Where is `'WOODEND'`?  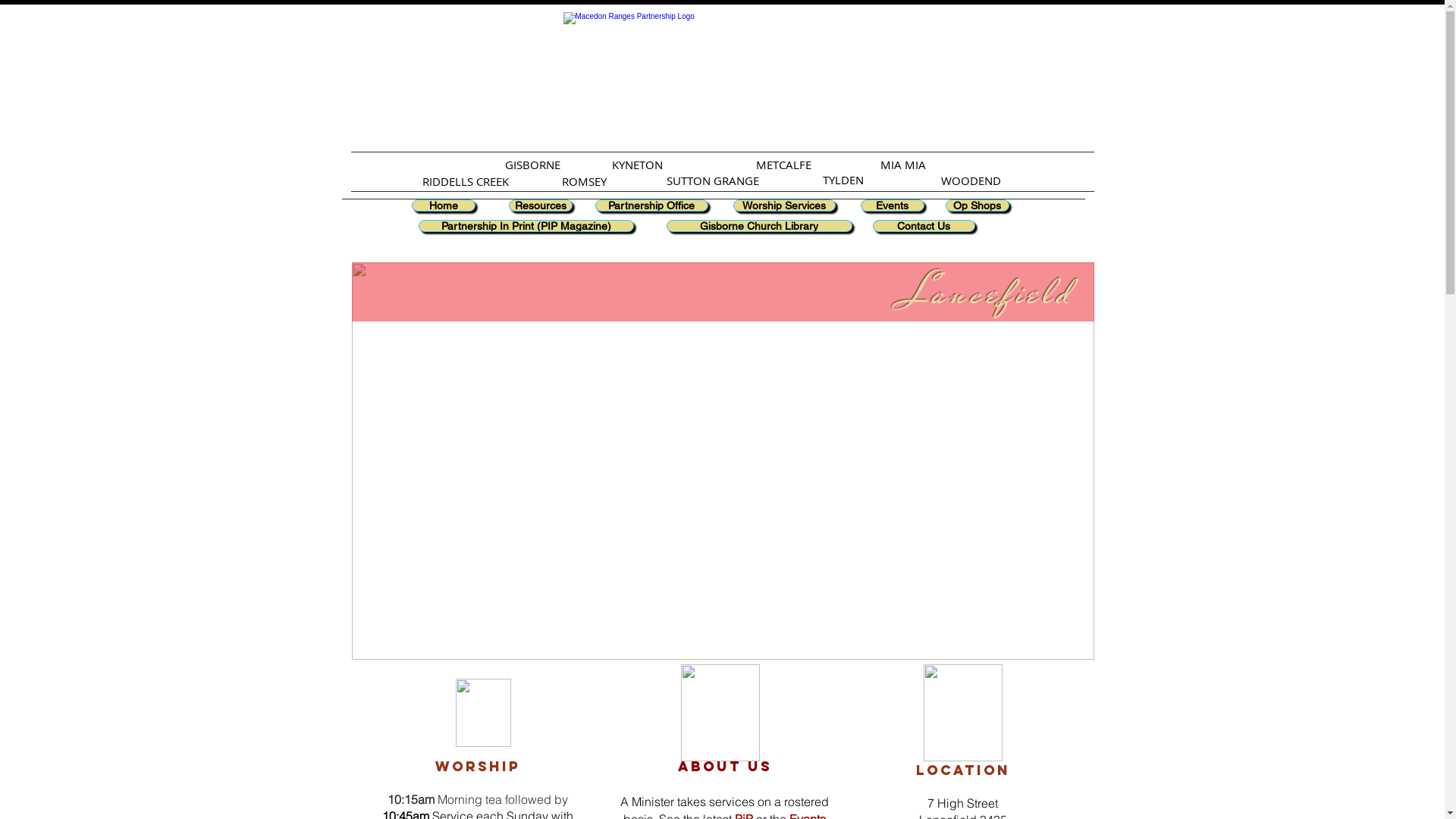 'WOODEND' is located at coordinates (969, 180).